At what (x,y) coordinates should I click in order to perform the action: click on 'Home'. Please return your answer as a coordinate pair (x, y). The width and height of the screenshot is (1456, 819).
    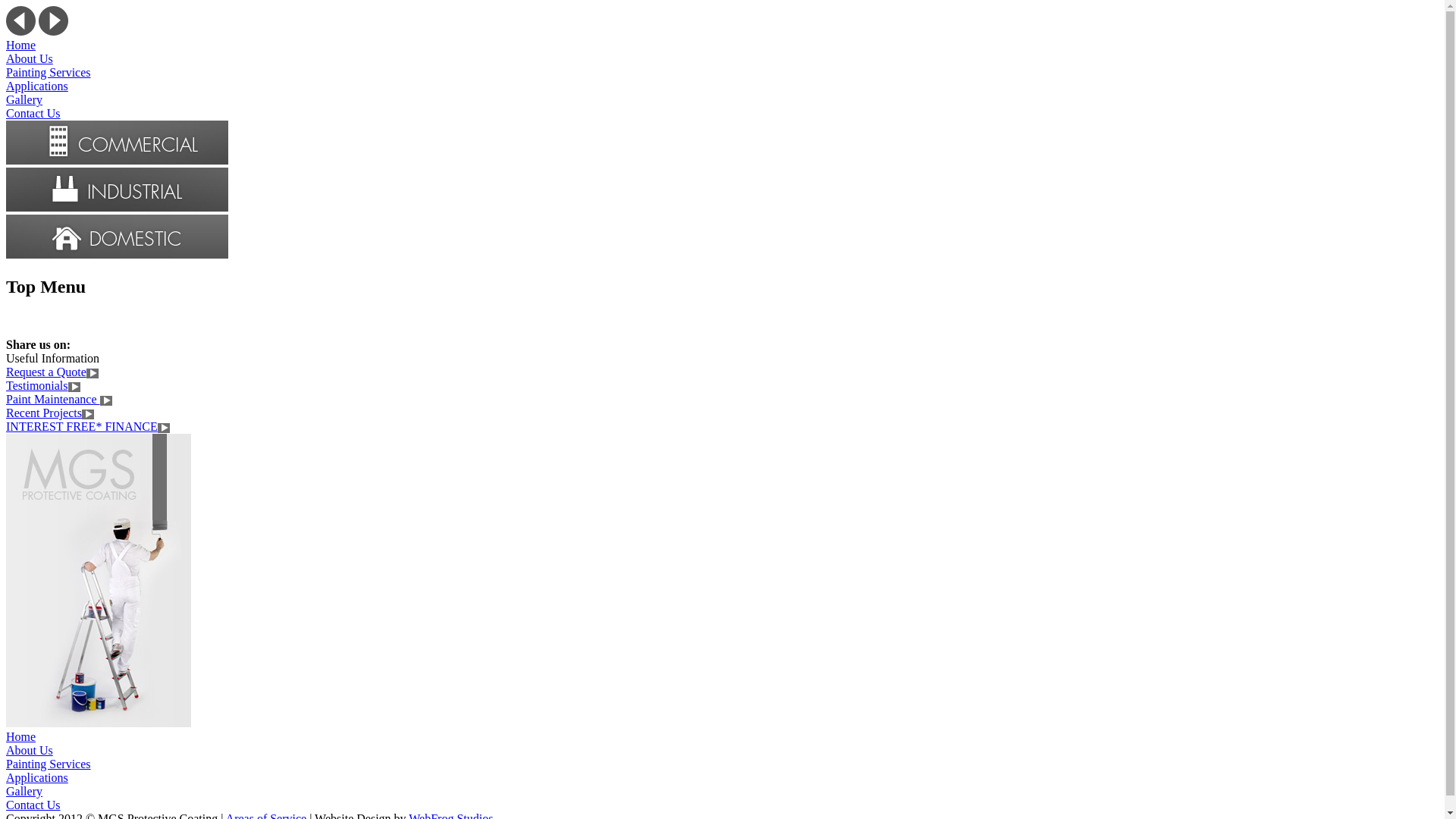
    Looking at the image, I should click on (6, 736).